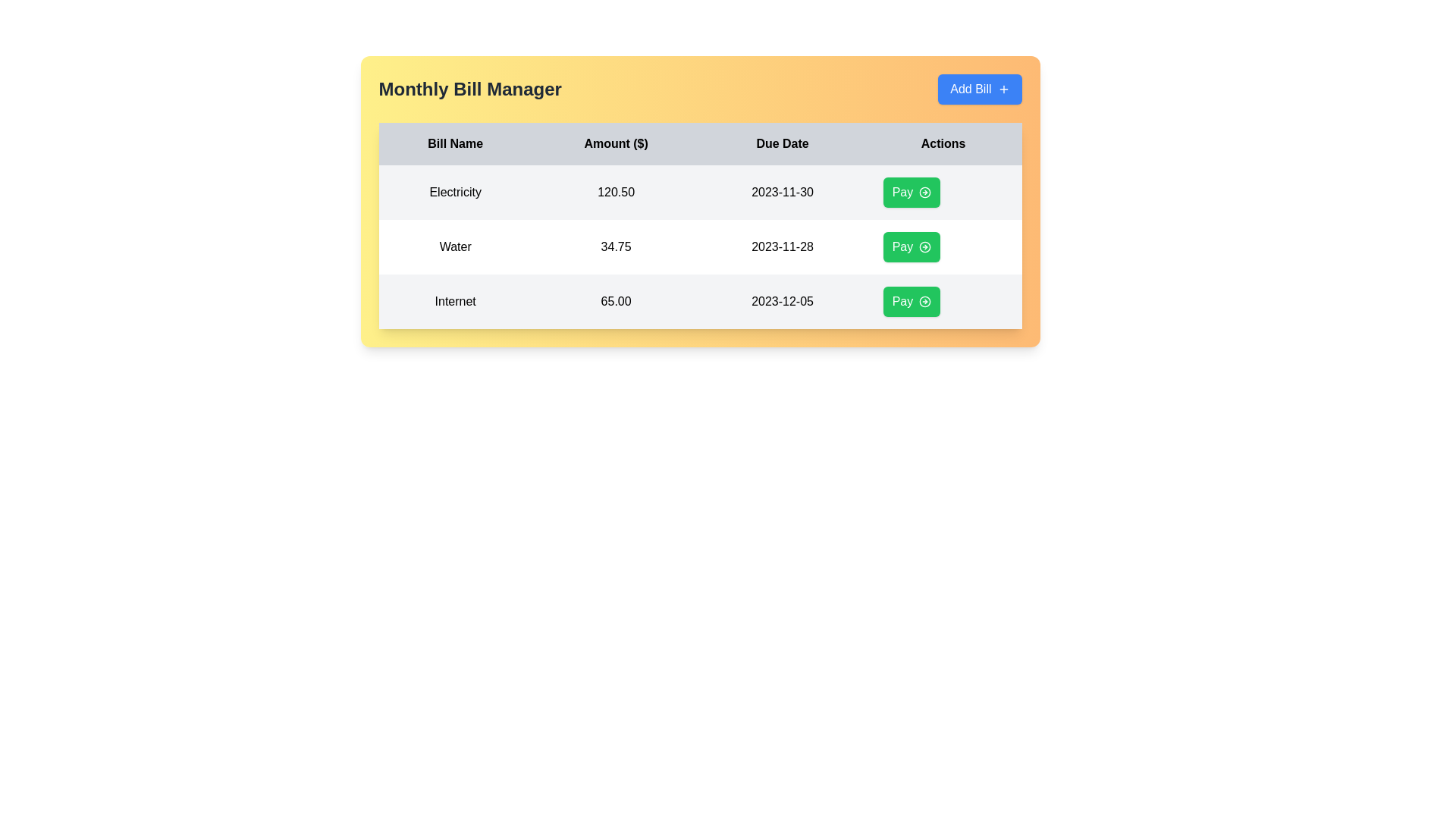  What do you see at coordinates (911, 192) in the screenshot?
I see `the green 'Pay' button located in the 'Actions' column of the first row, adjacent` at bounding box center [911, 192].